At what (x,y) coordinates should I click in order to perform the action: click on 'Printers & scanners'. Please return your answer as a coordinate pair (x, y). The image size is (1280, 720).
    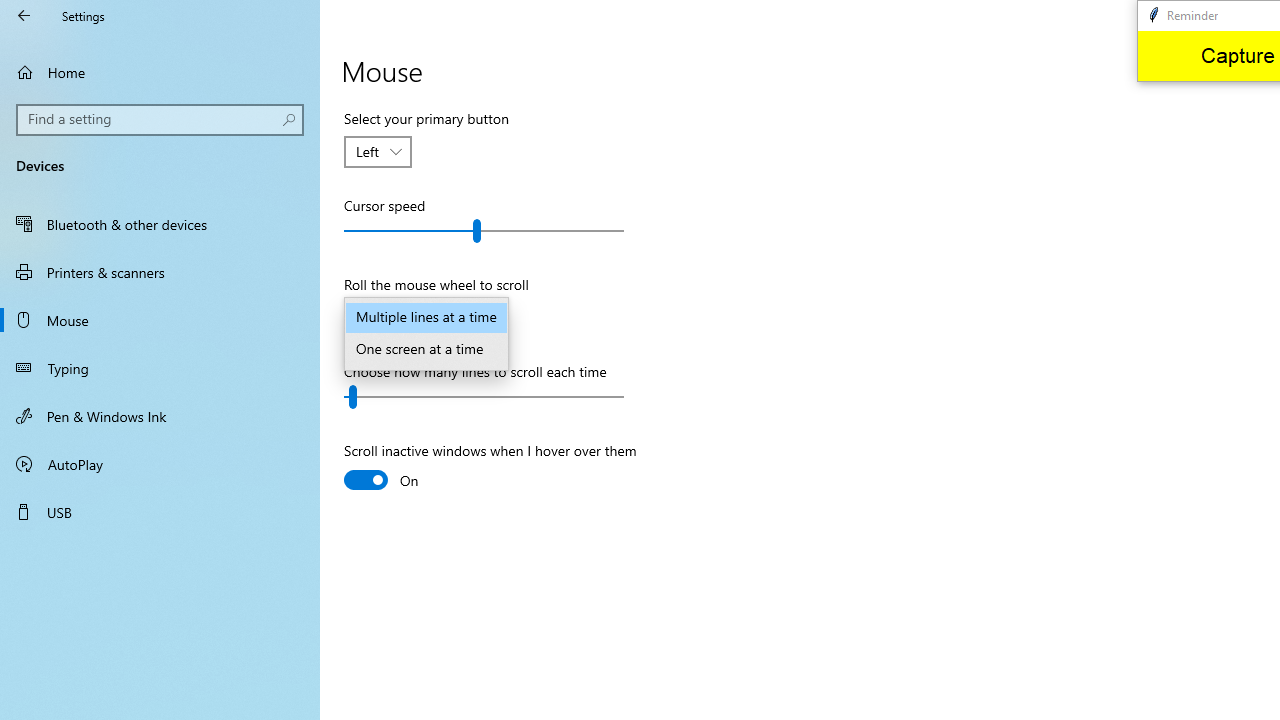
    Looking at the image, I should click on (160, 271).